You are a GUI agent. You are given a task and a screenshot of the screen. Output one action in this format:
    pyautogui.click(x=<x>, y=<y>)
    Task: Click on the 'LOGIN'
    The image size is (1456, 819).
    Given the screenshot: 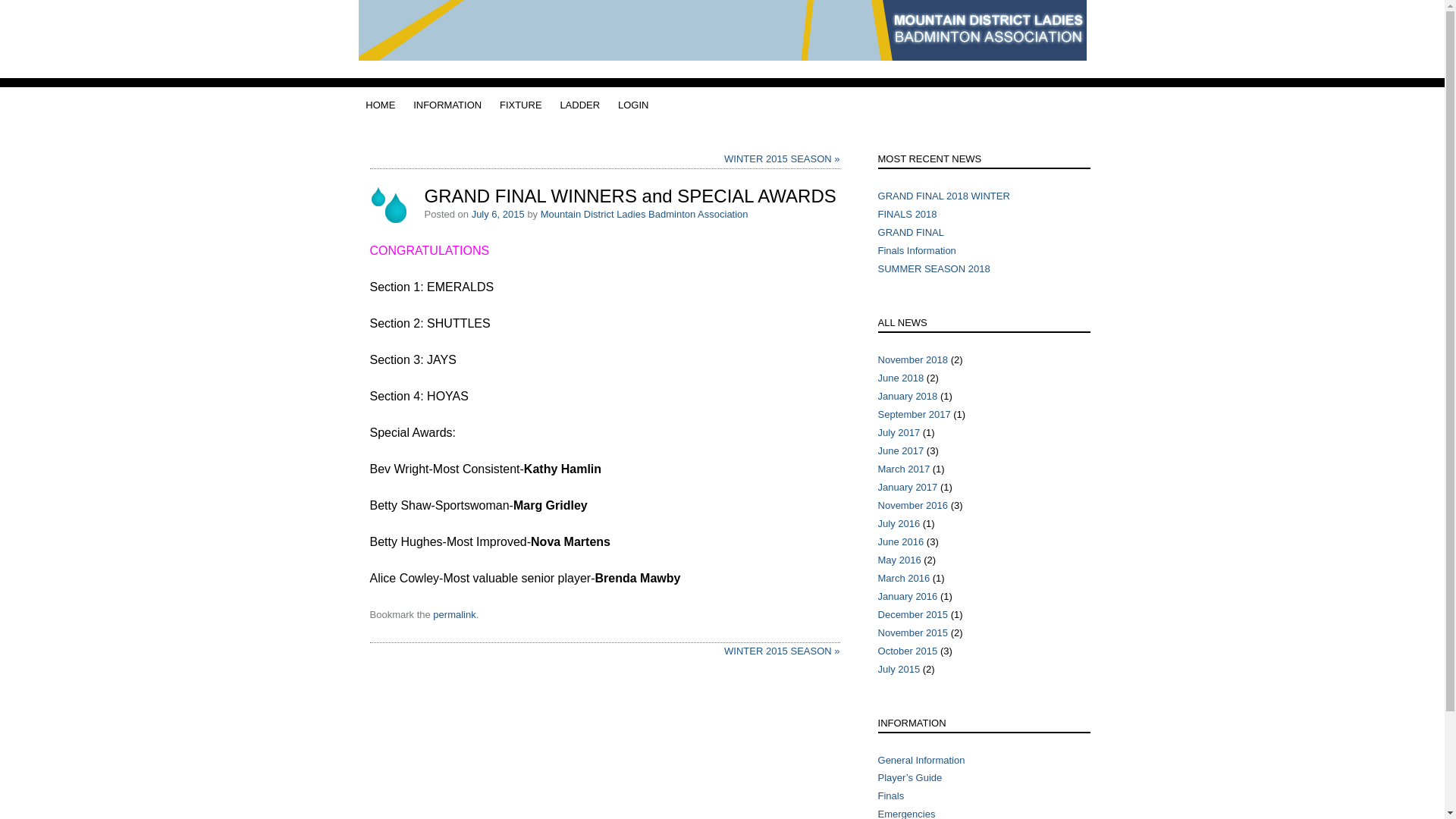 What is the action you would take?
    pyautogui.click(x=618, y=104)
    